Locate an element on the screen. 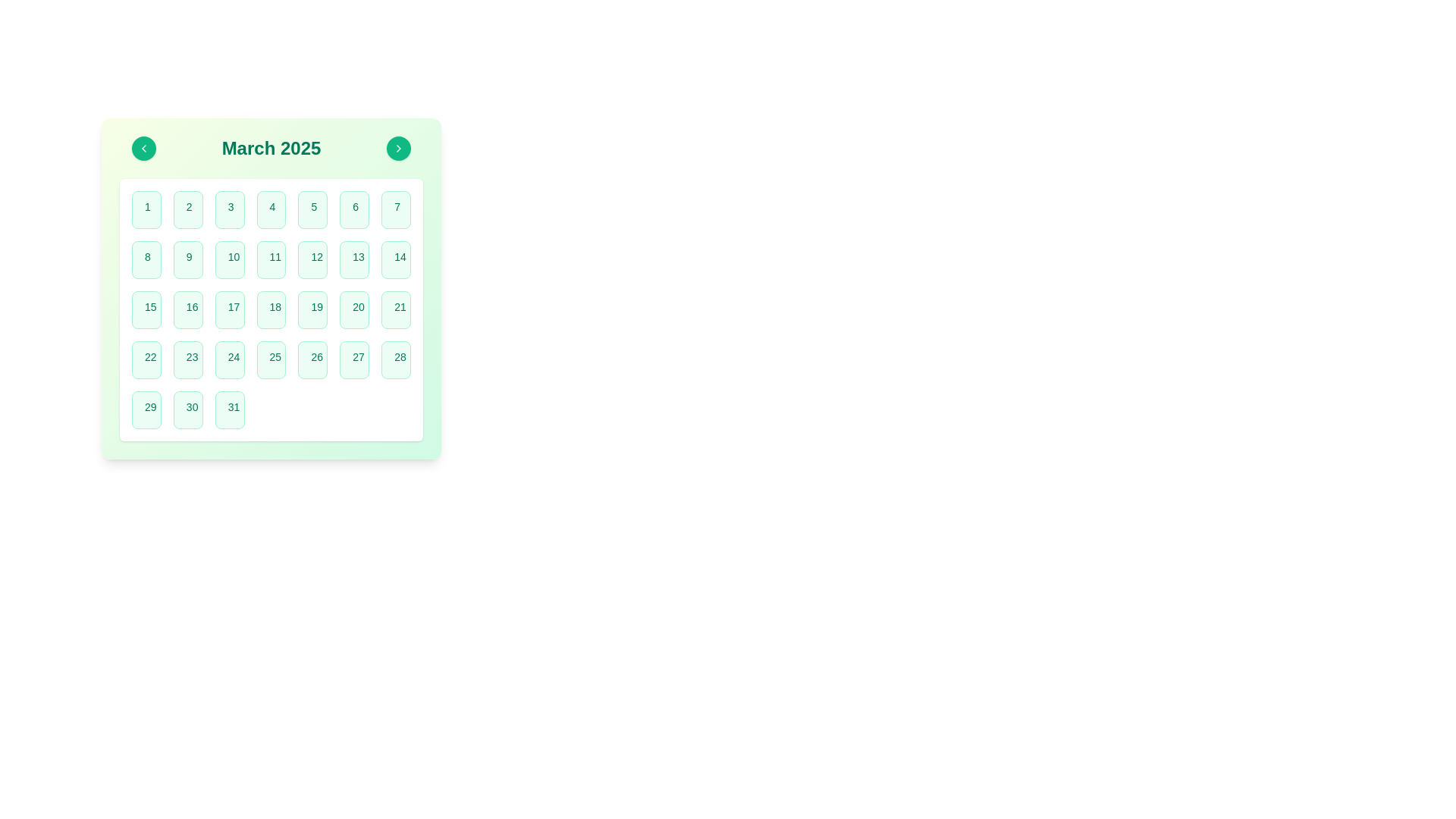 This screenshot has width=1456, height=819. the calendar button representing the 27th date is located at coordinates (353, 359).